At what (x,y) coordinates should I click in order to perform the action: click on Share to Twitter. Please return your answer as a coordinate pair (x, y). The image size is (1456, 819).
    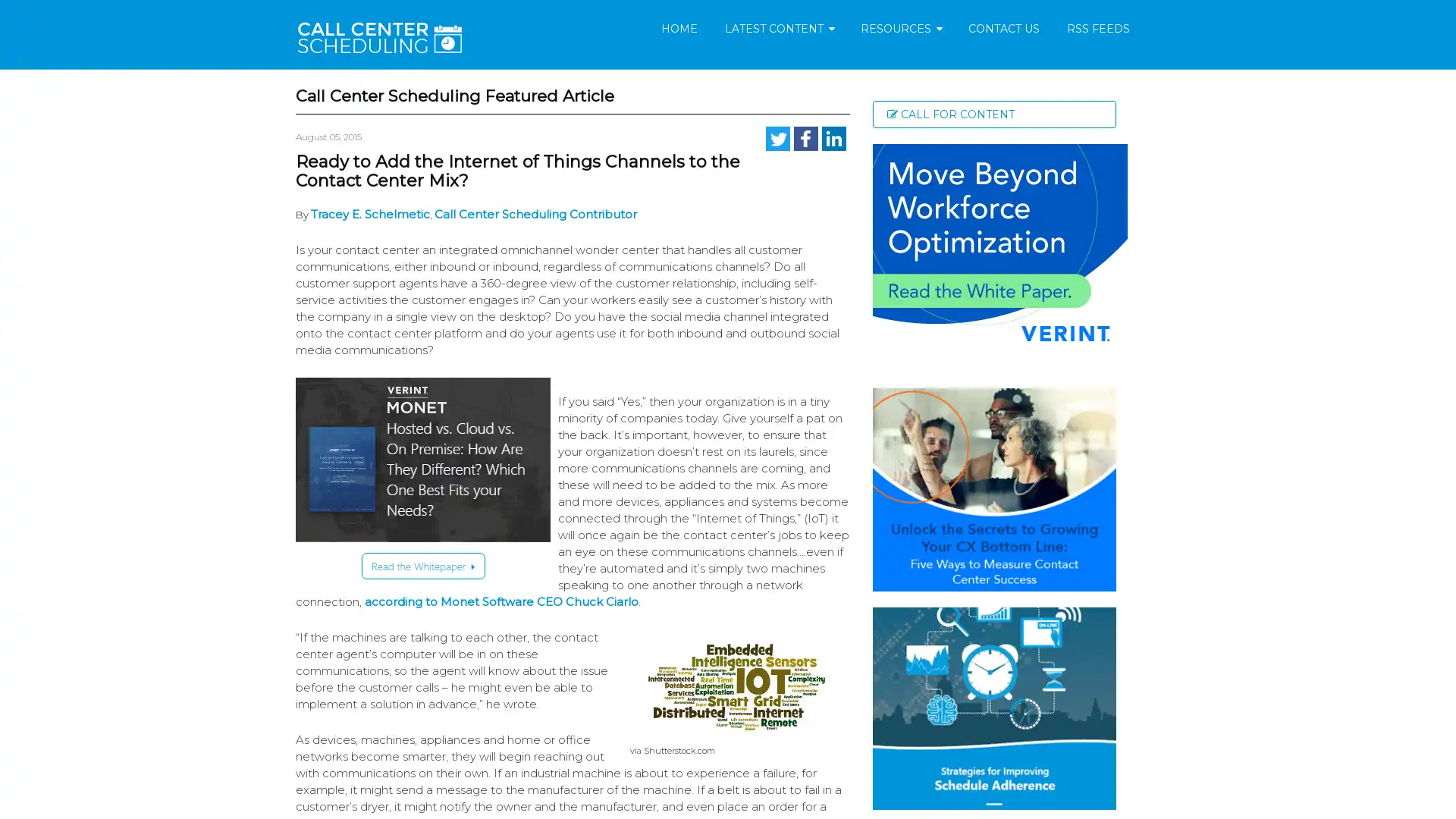
    Looking at the image, I should click on (777, 138).